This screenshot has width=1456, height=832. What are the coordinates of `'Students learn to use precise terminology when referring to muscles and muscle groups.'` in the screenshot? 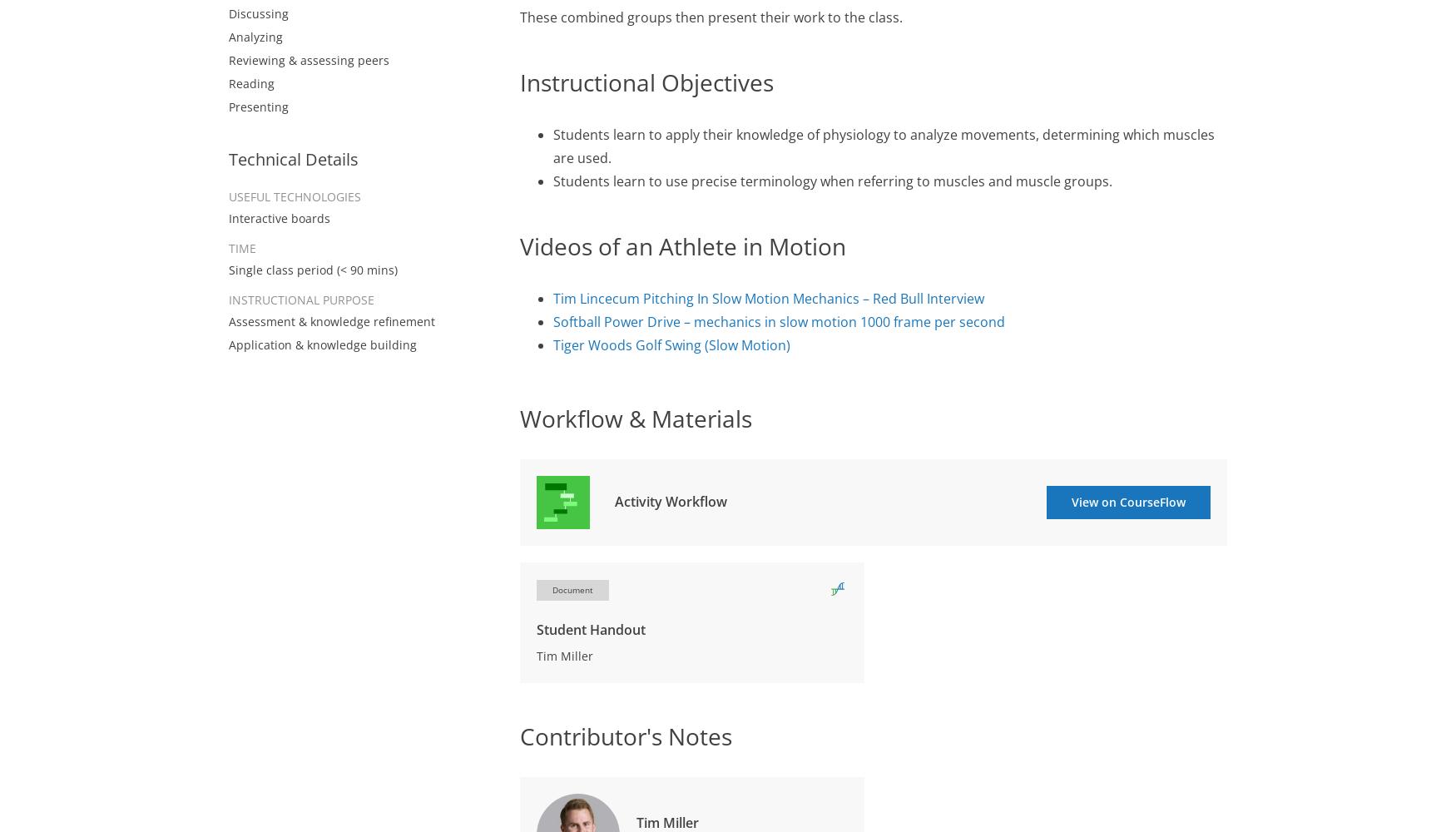 It's located at (832, 181).